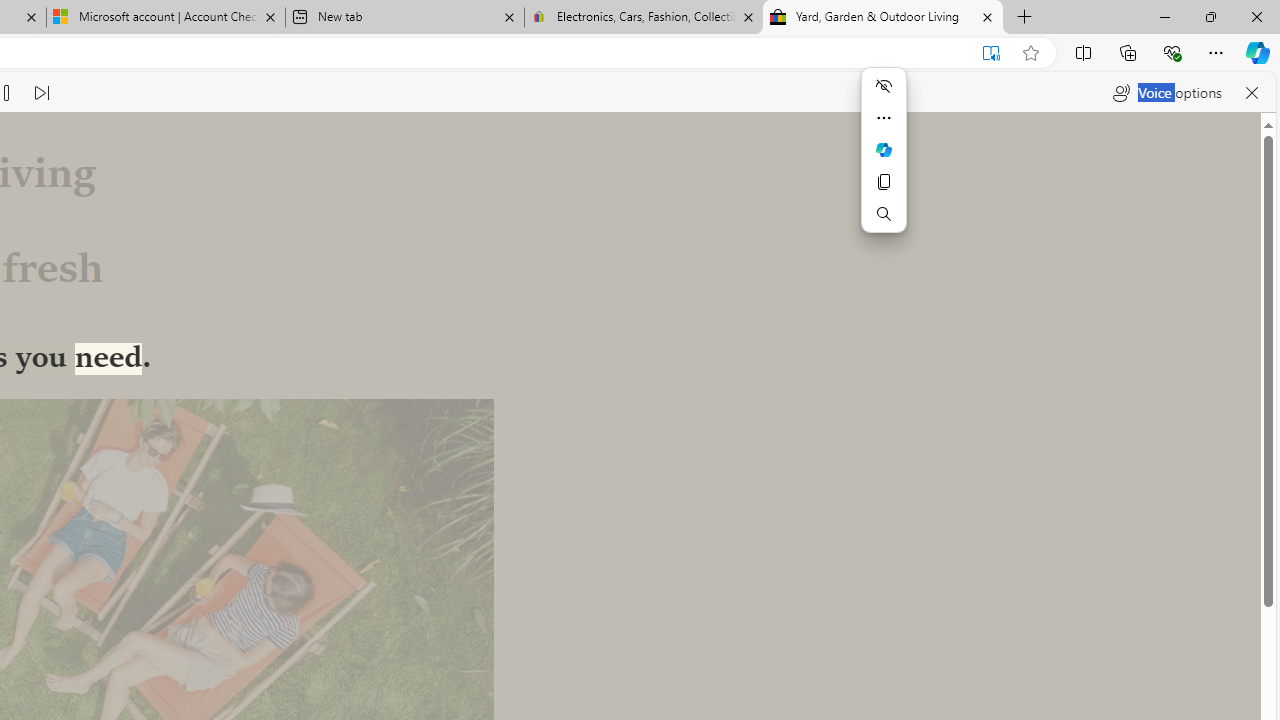 The height and width of the screenshot is (720, 1280). I want to click on 'Mini menu on text selection', so click(882, 161).